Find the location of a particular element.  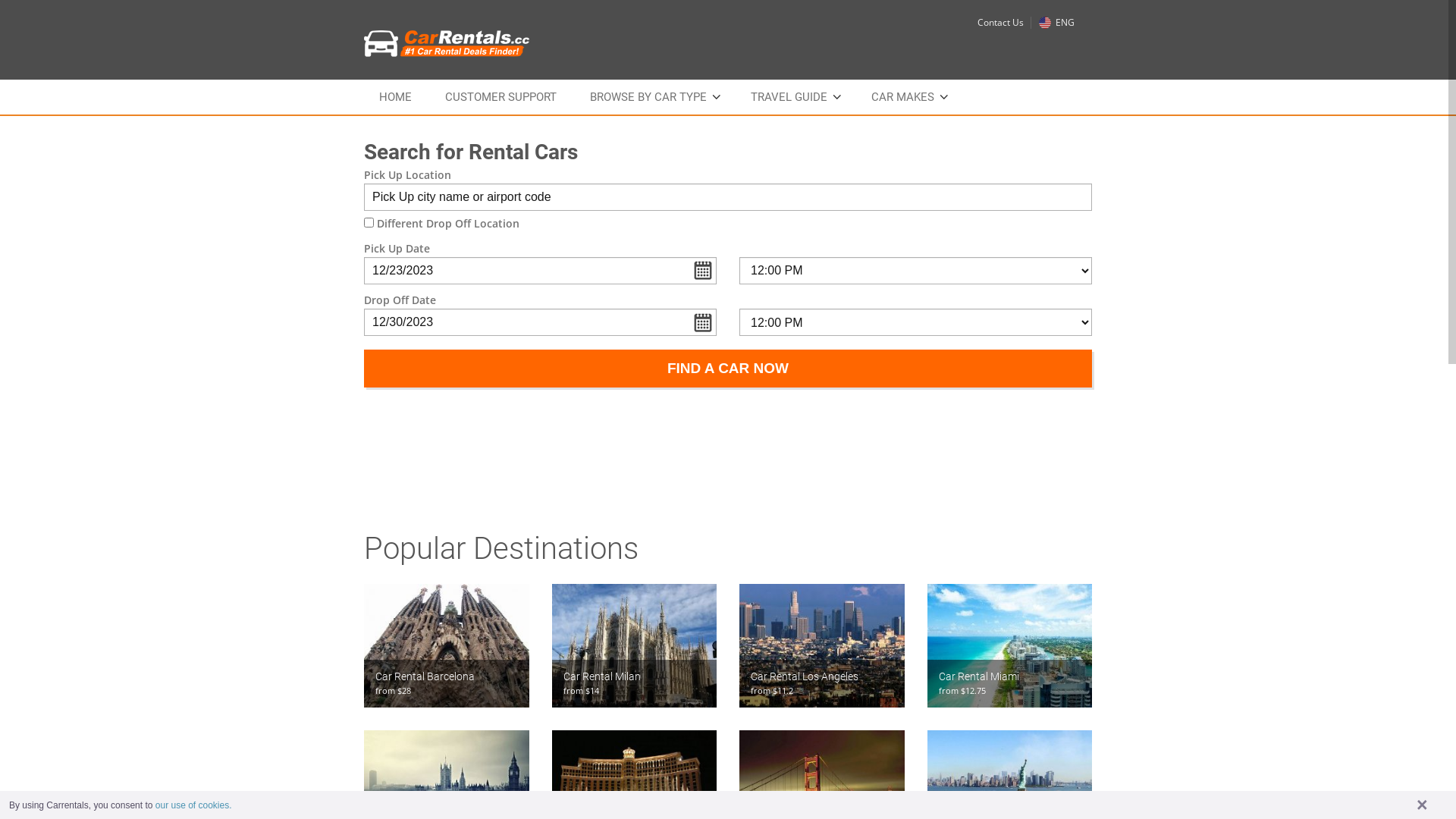

'CAR MAKES' is located at coordinates (908, 96).